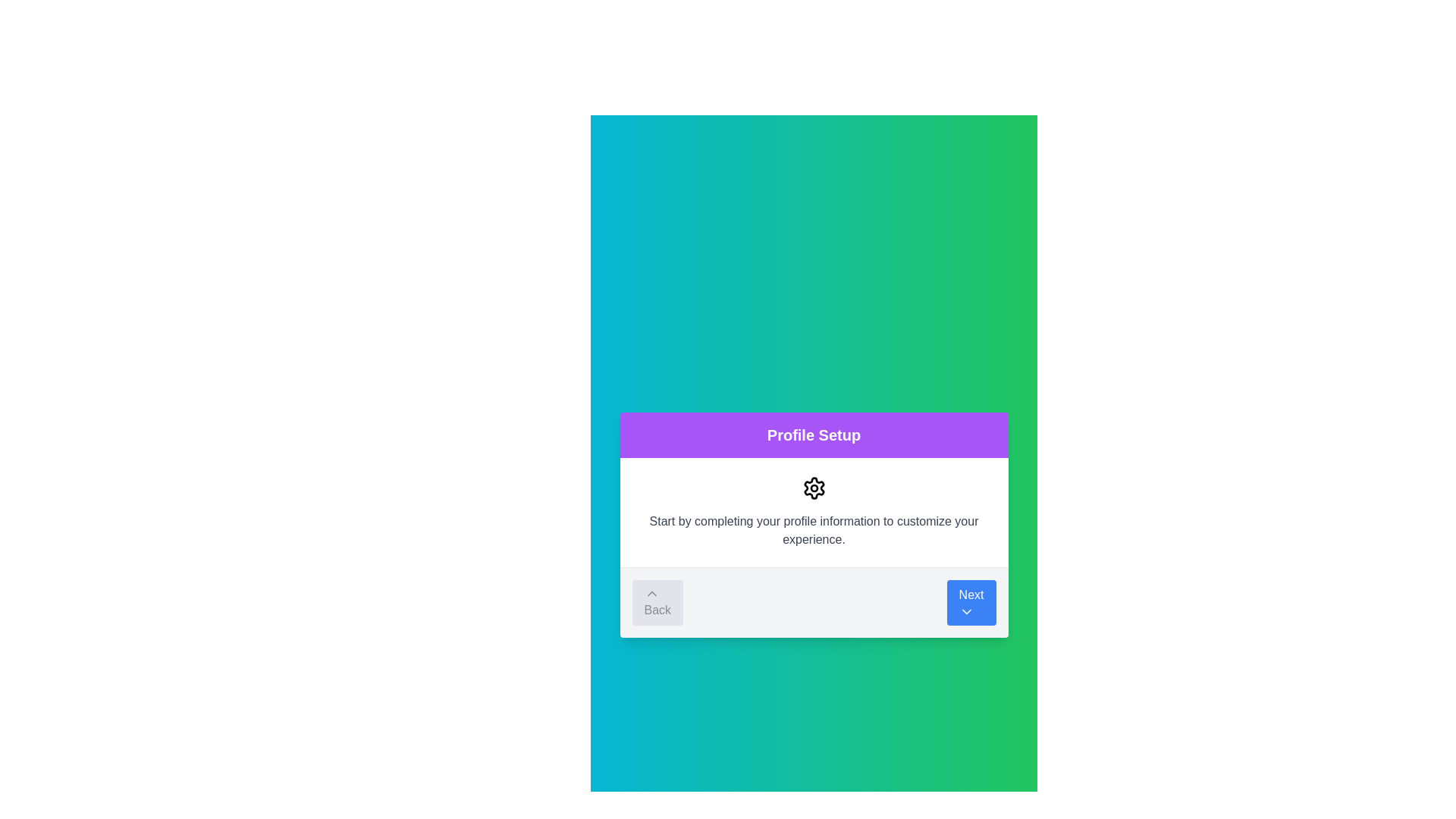 Image resolution: width=1456 pixels, height=819 pixels. What do you see at coordinates (813, 488) in the screenshot?
I see `the gear-shaped icon located within the 'Profile Setup' dialog box, which is centered beneath the title and above the instructional text` at bounding box center [813, 488].